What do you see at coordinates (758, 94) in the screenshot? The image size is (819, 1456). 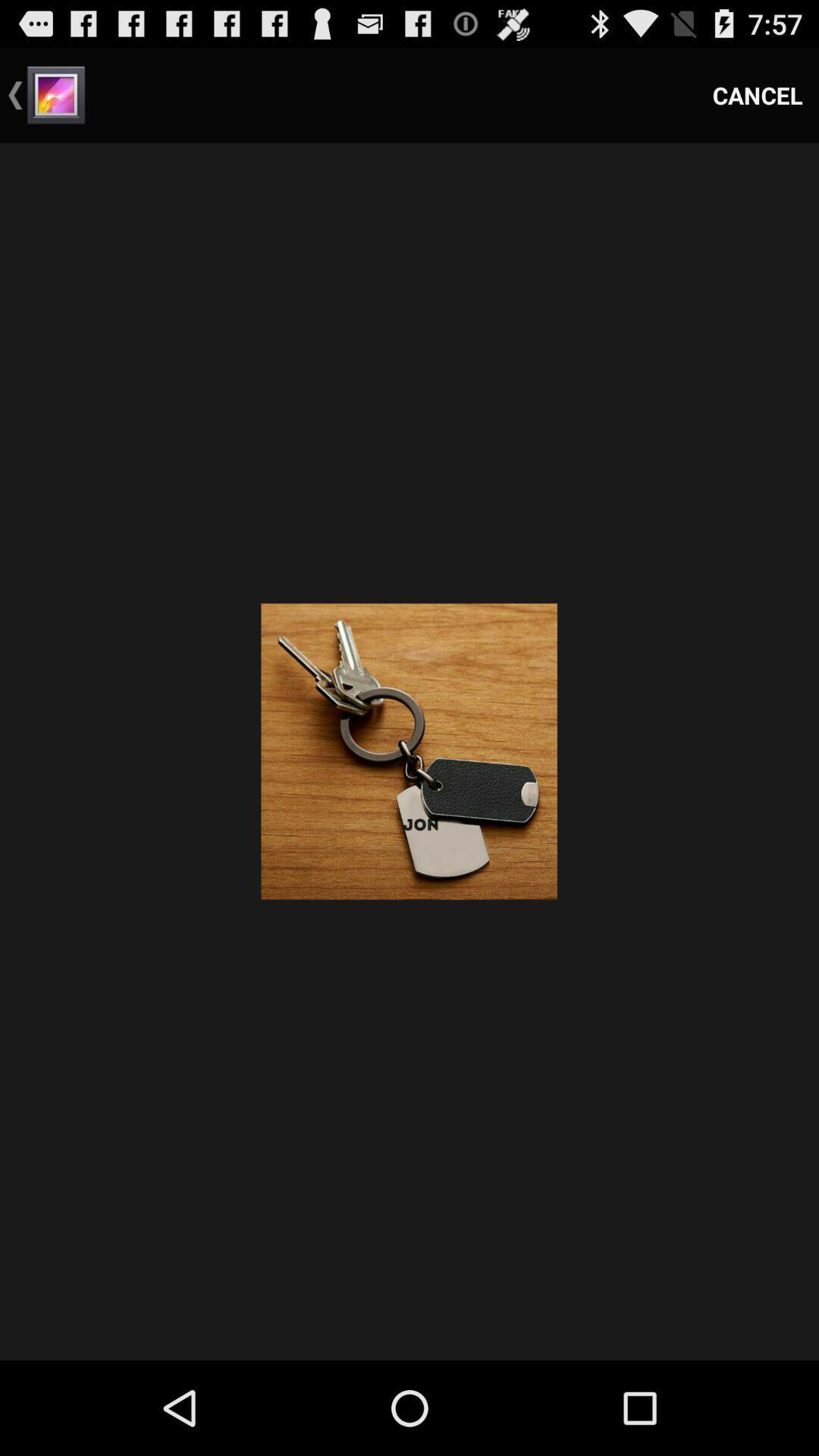 I see `the item at the top right corner` at bounding box center [758, 94].